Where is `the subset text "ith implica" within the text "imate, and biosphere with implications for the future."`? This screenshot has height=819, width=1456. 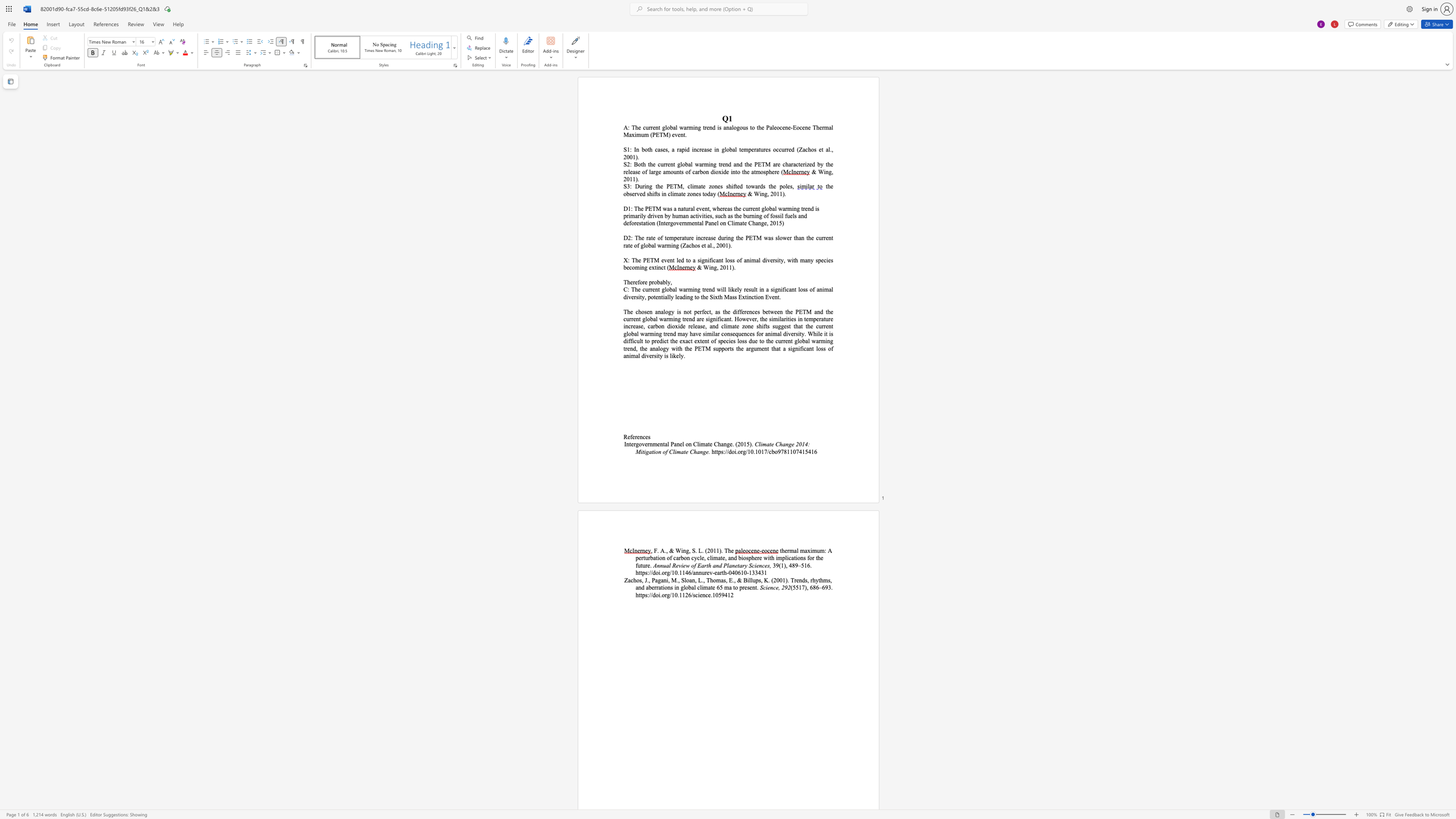
the subset text "ith implica" within the text "imate, and biosphere with implications for the future." is located at coordinates (767, 557).